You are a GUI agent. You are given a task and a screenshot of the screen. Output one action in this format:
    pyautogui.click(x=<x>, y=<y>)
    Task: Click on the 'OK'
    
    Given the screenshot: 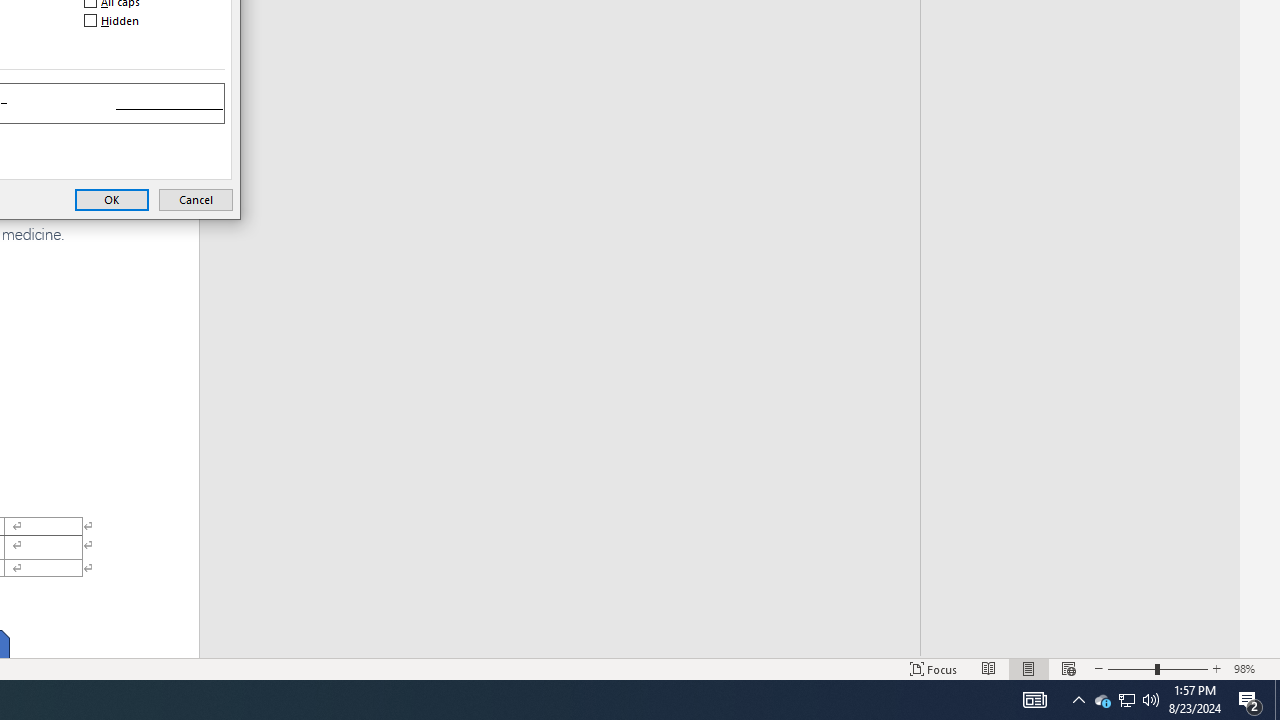 What is the action you would take?
    pyautogui.click(x=111, y=199)
    